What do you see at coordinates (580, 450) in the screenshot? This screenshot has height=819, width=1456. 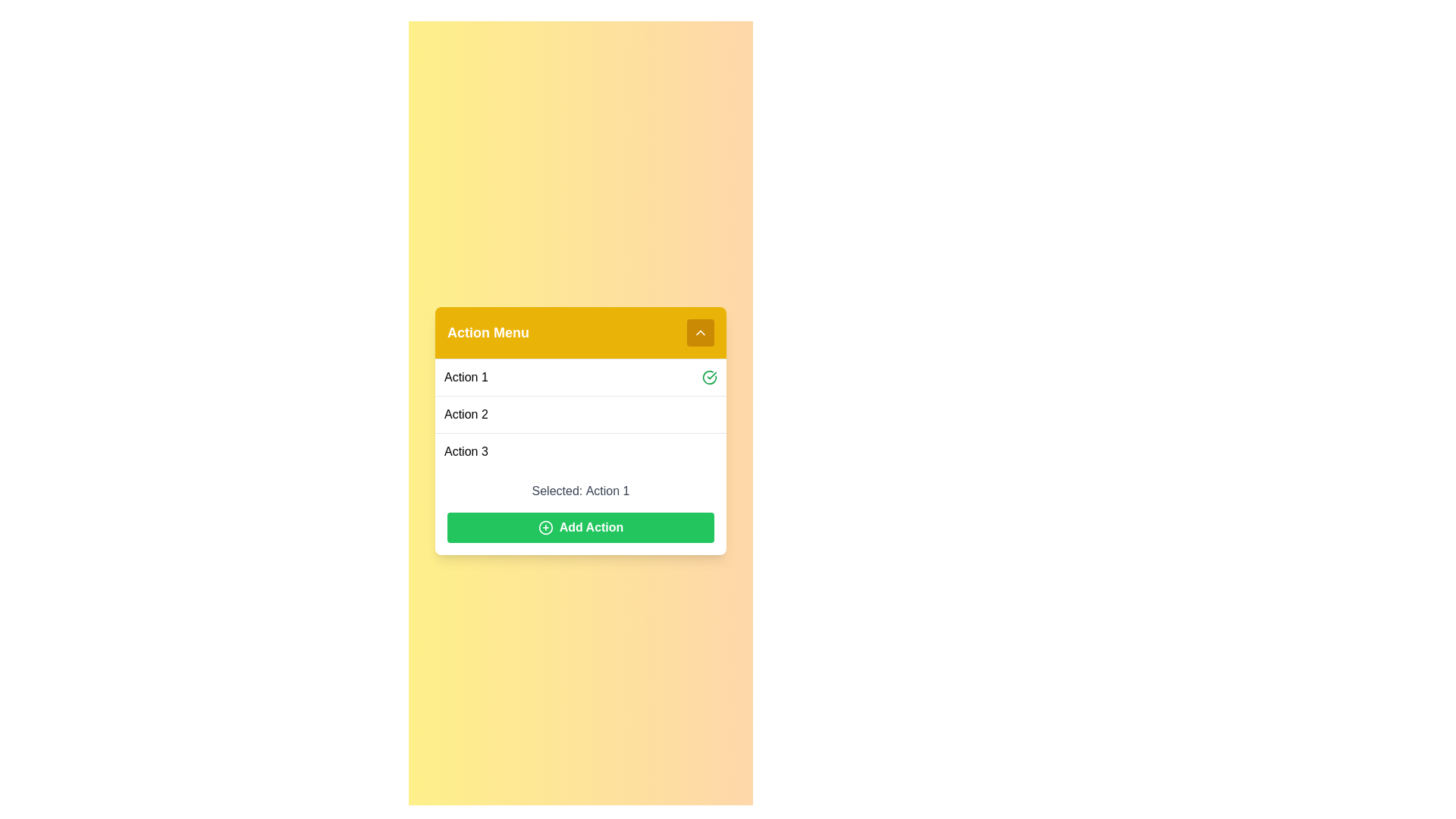 I see `the third item in the vertically stacked list` at bounding box center [580, 450].